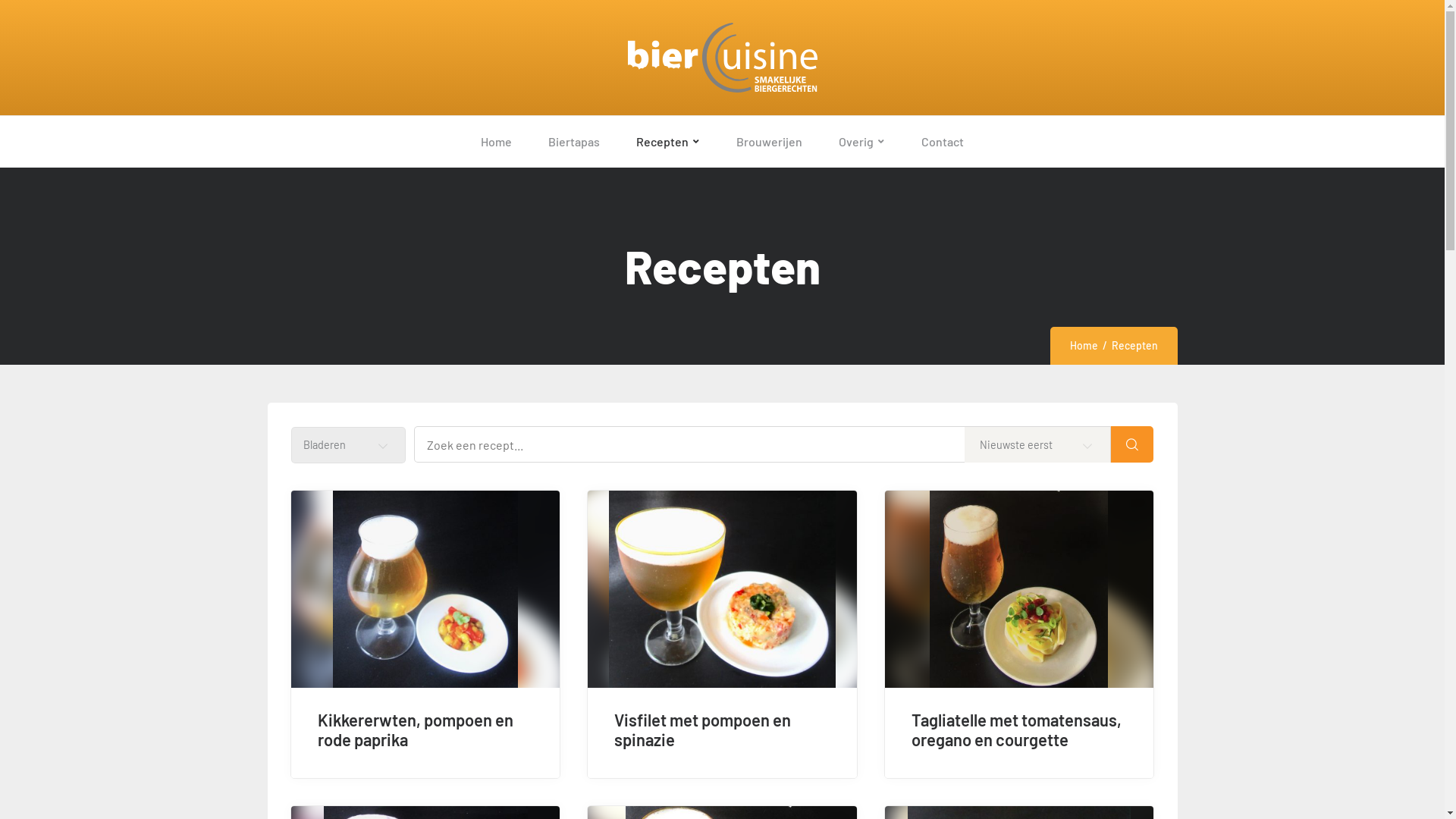  What do you see at coordinates (720, 57) in the screenshot?
I see `'Bier Cuisine'` at bounding box center [720, 57].